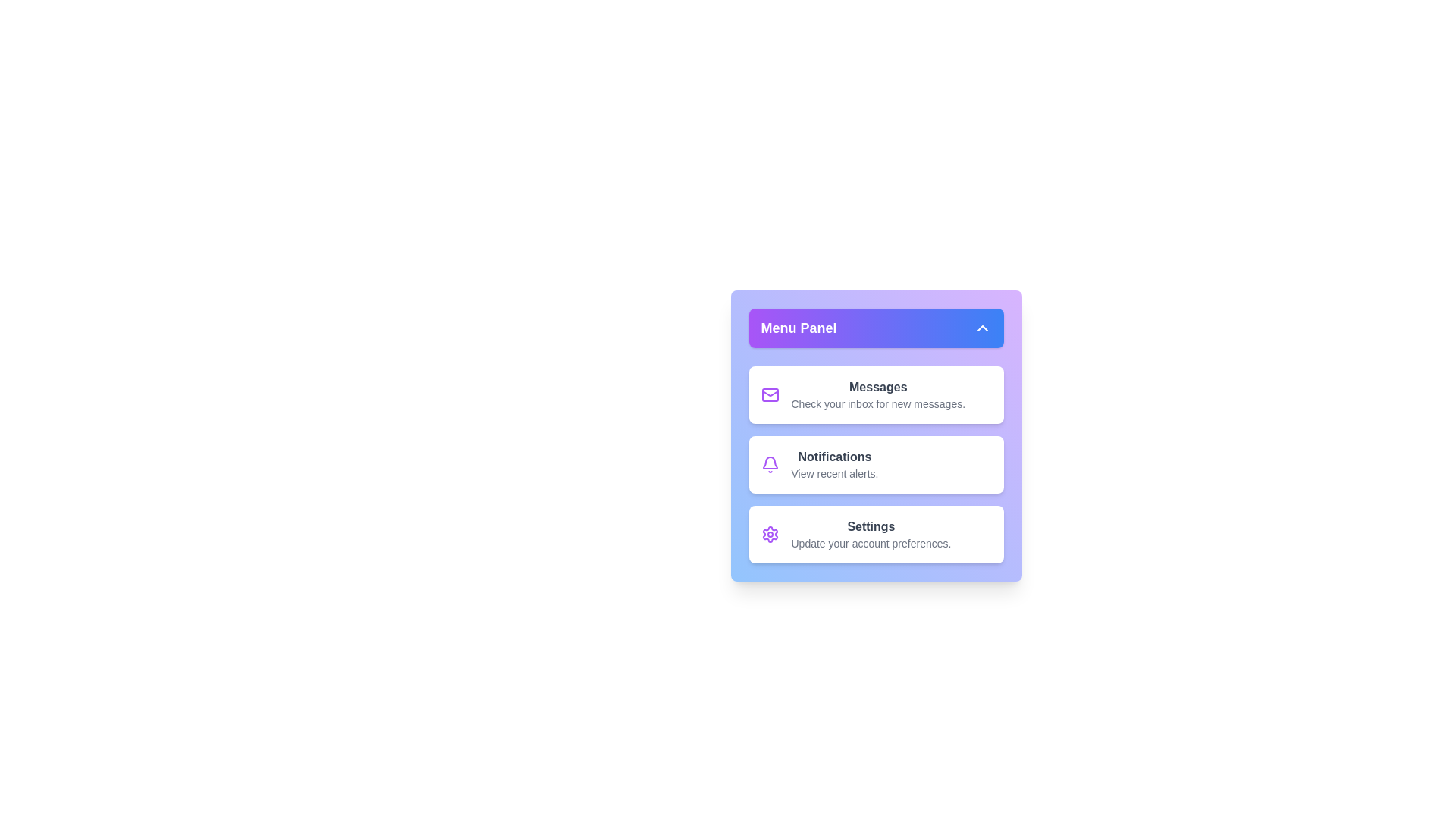 The image size is (1456, 819). Describe the element at coordinates (770, 394) in the screenshot. I see `the icon of the menu item labeled Messages` at that location.